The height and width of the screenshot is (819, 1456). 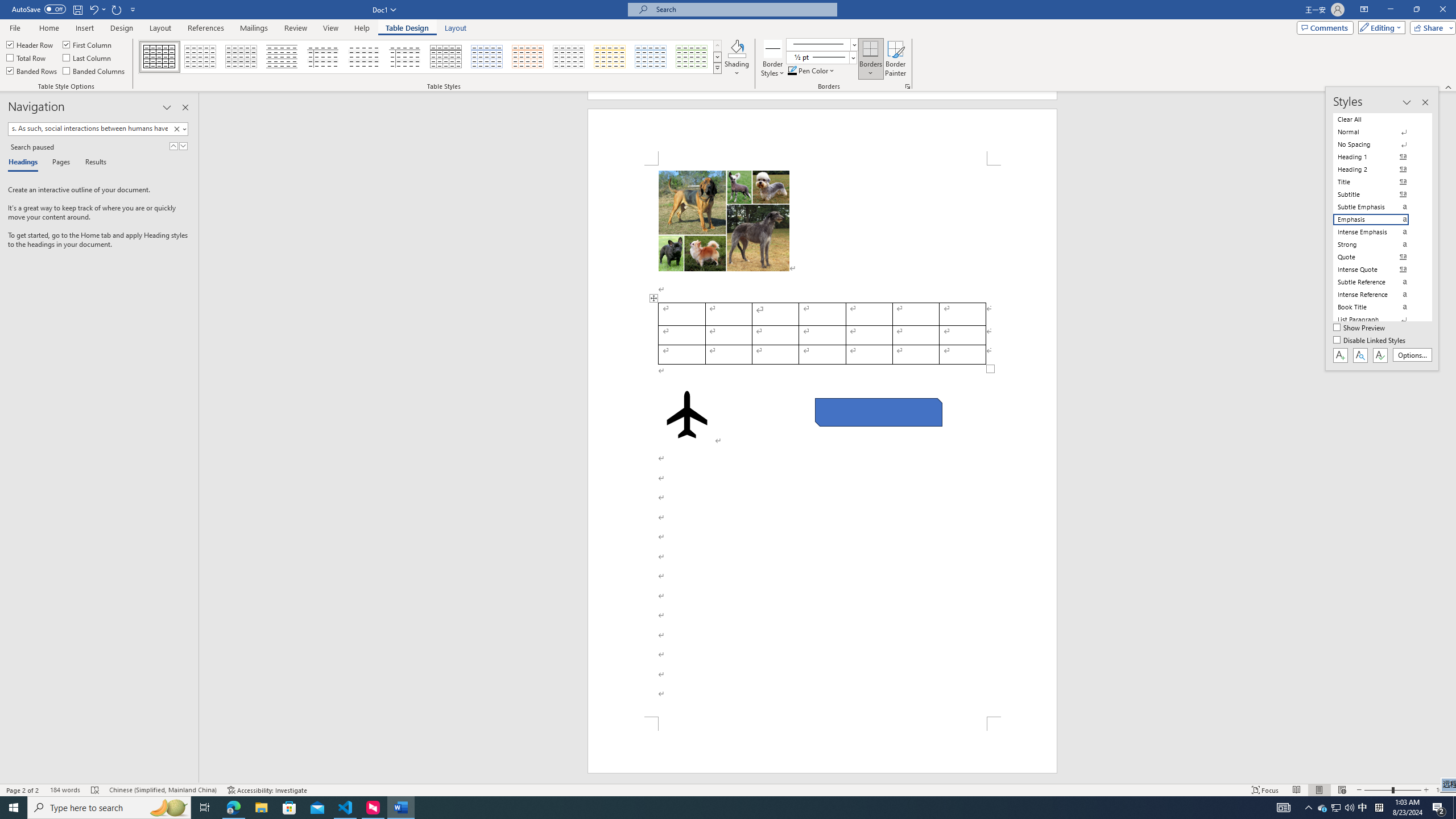 What do you see at coordinates (1378, 307) in the screenshot?
I see `'Book Title'` at bounding box center [1378, 307].